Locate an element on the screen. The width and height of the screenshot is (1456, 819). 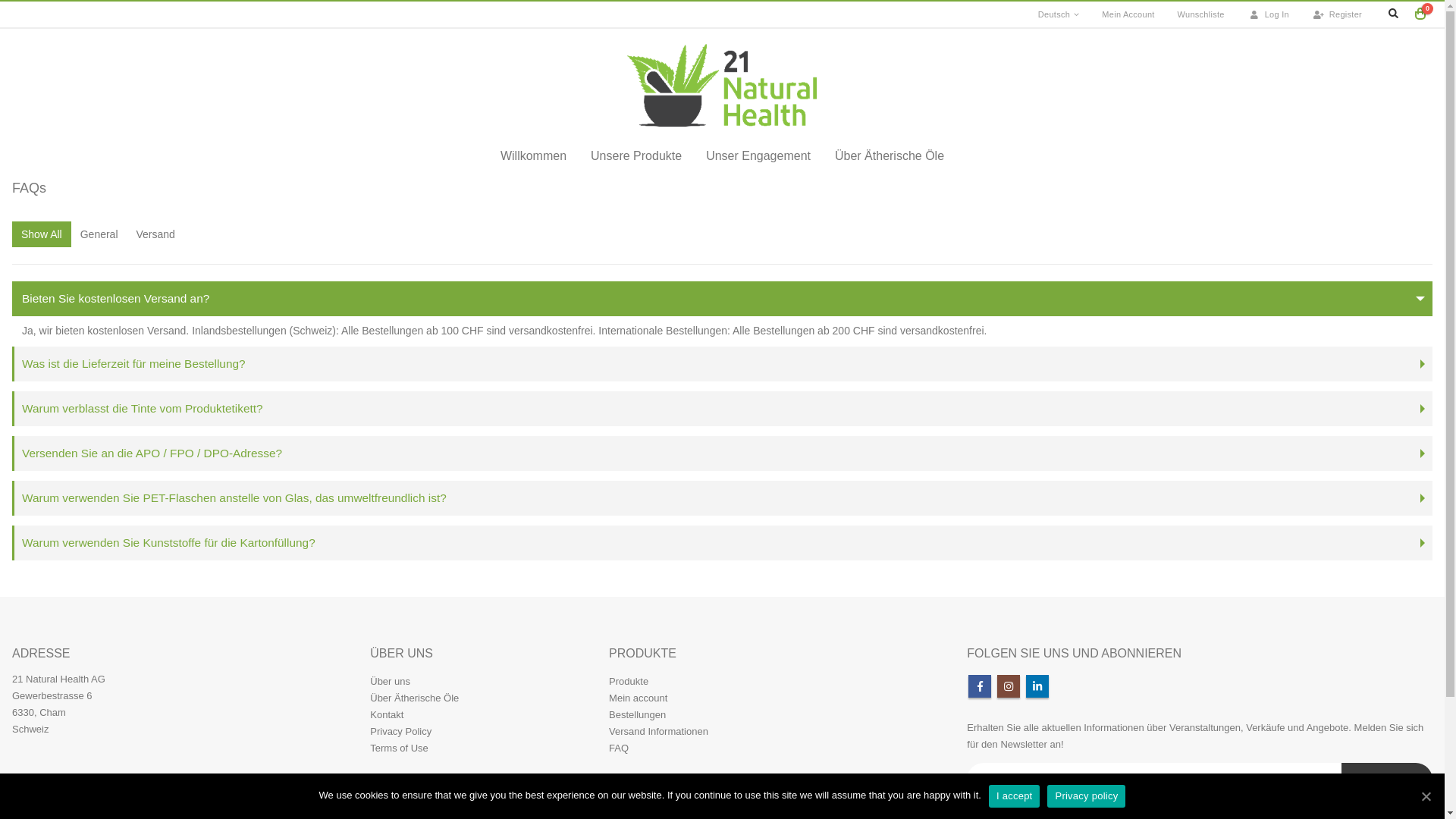
'Facebook' is located at coordinates (979, 686).